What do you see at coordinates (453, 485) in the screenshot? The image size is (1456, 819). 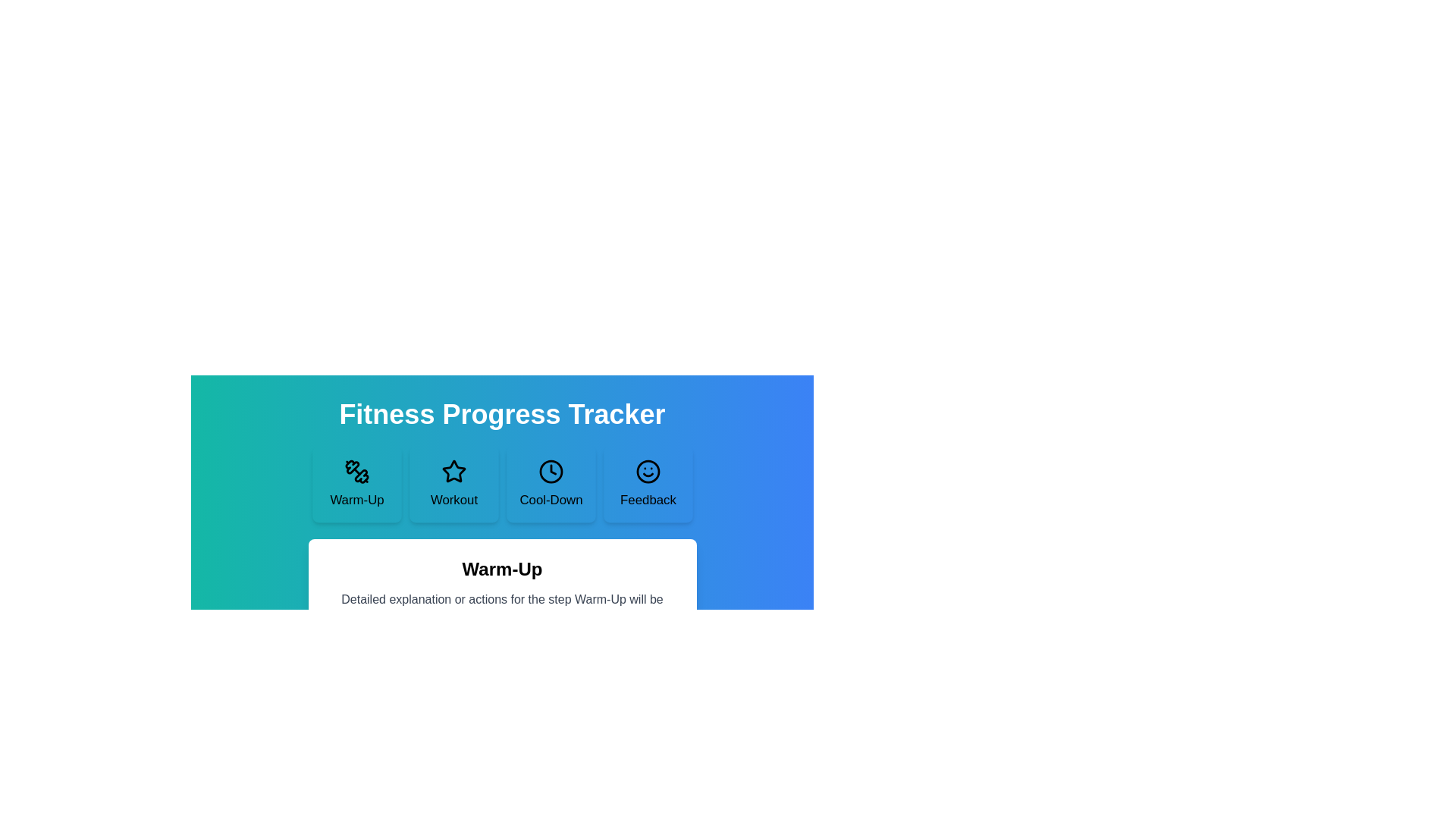 I see `the step Workout in the FitnessProgressStepper component` at bounding box center [453, 485].